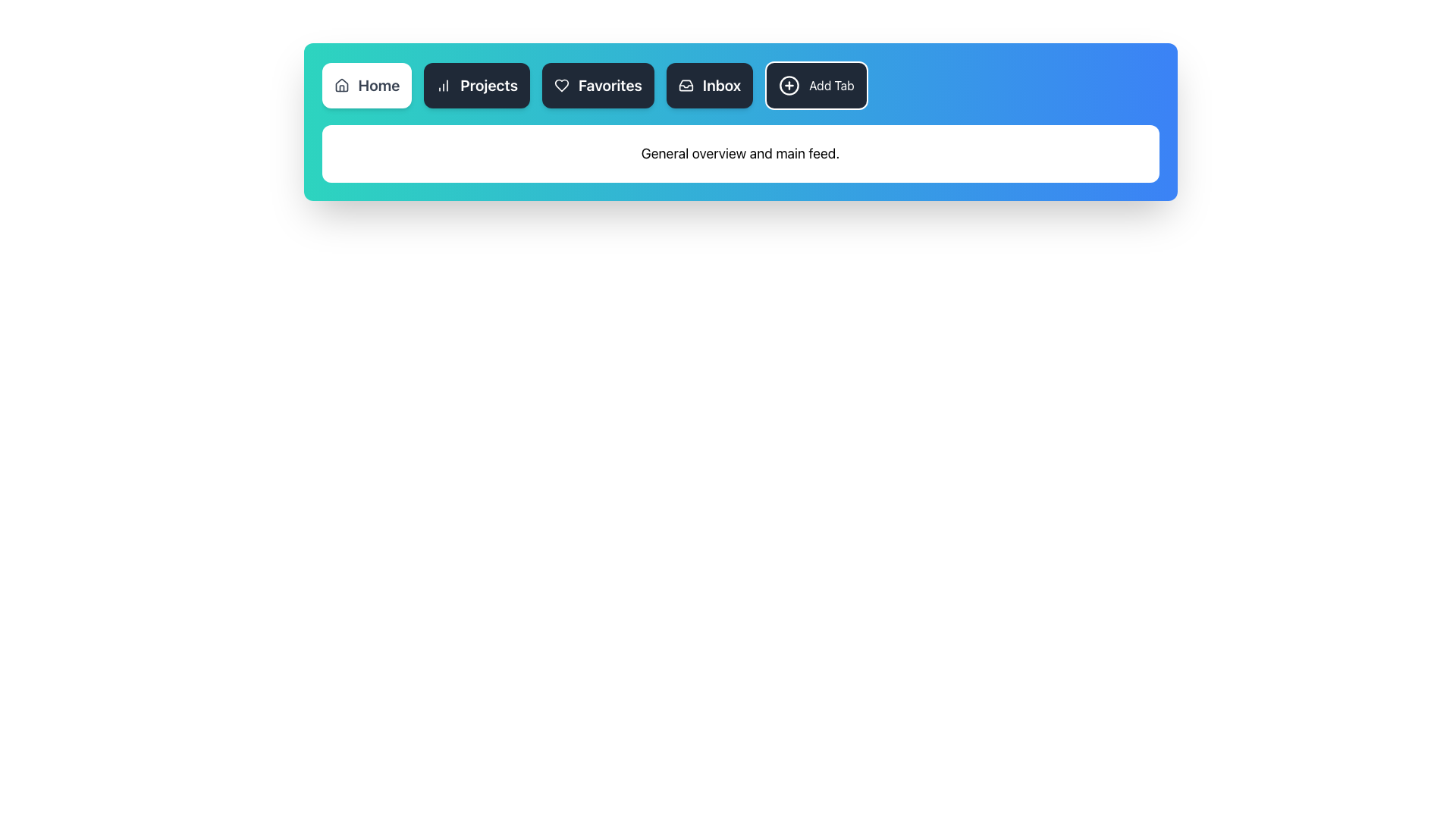 This screenshot has height=819, width=1456. Describe the element at coordinates (560, 85) in the screenshot. I see `the 'Favorites' icon located on the left side of the 'Favorites' label in the main navigation bar` at that location.